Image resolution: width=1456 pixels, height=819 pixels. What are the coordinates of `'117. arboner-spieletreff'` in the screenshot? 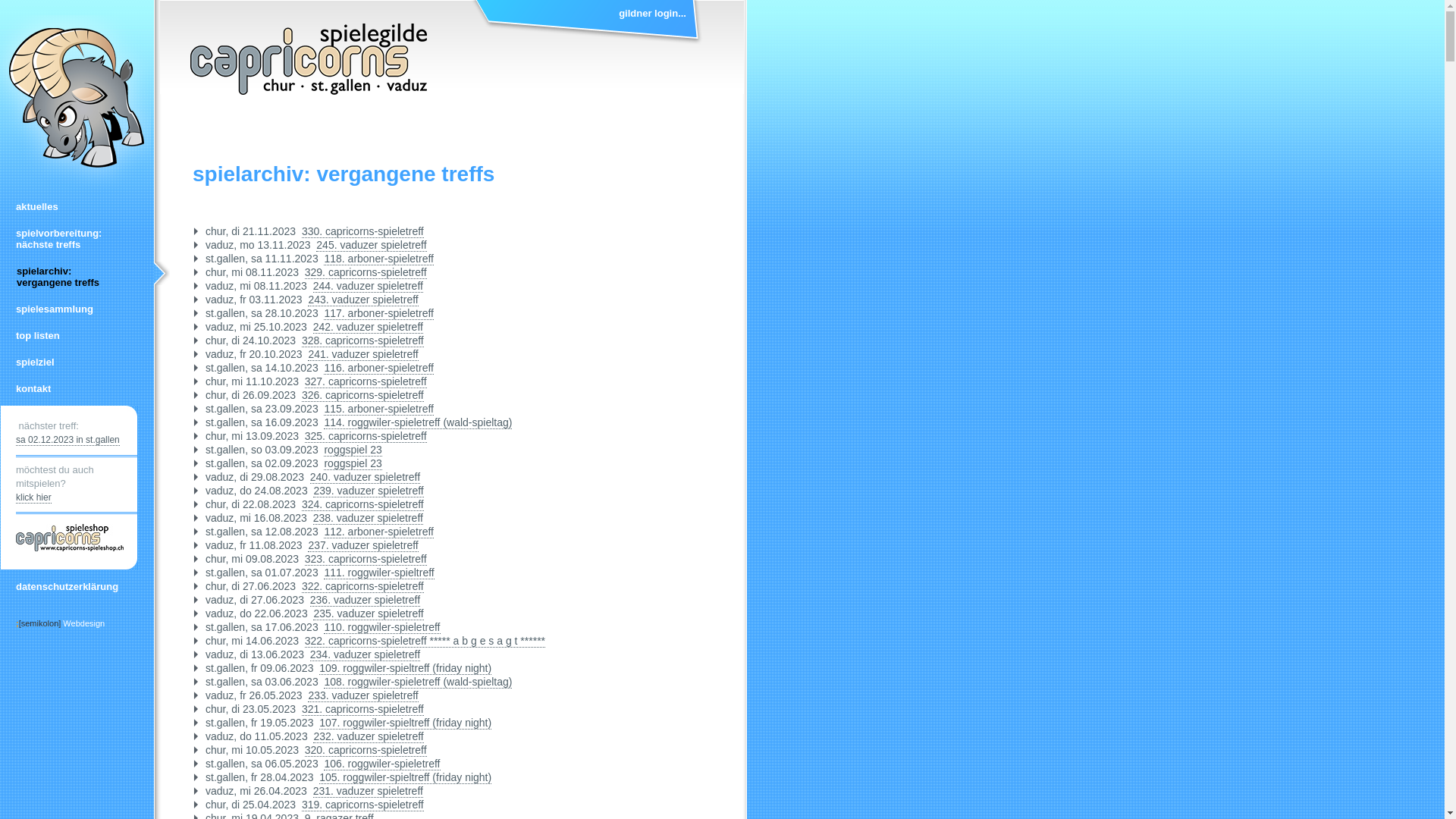 It's located at (378, 312).